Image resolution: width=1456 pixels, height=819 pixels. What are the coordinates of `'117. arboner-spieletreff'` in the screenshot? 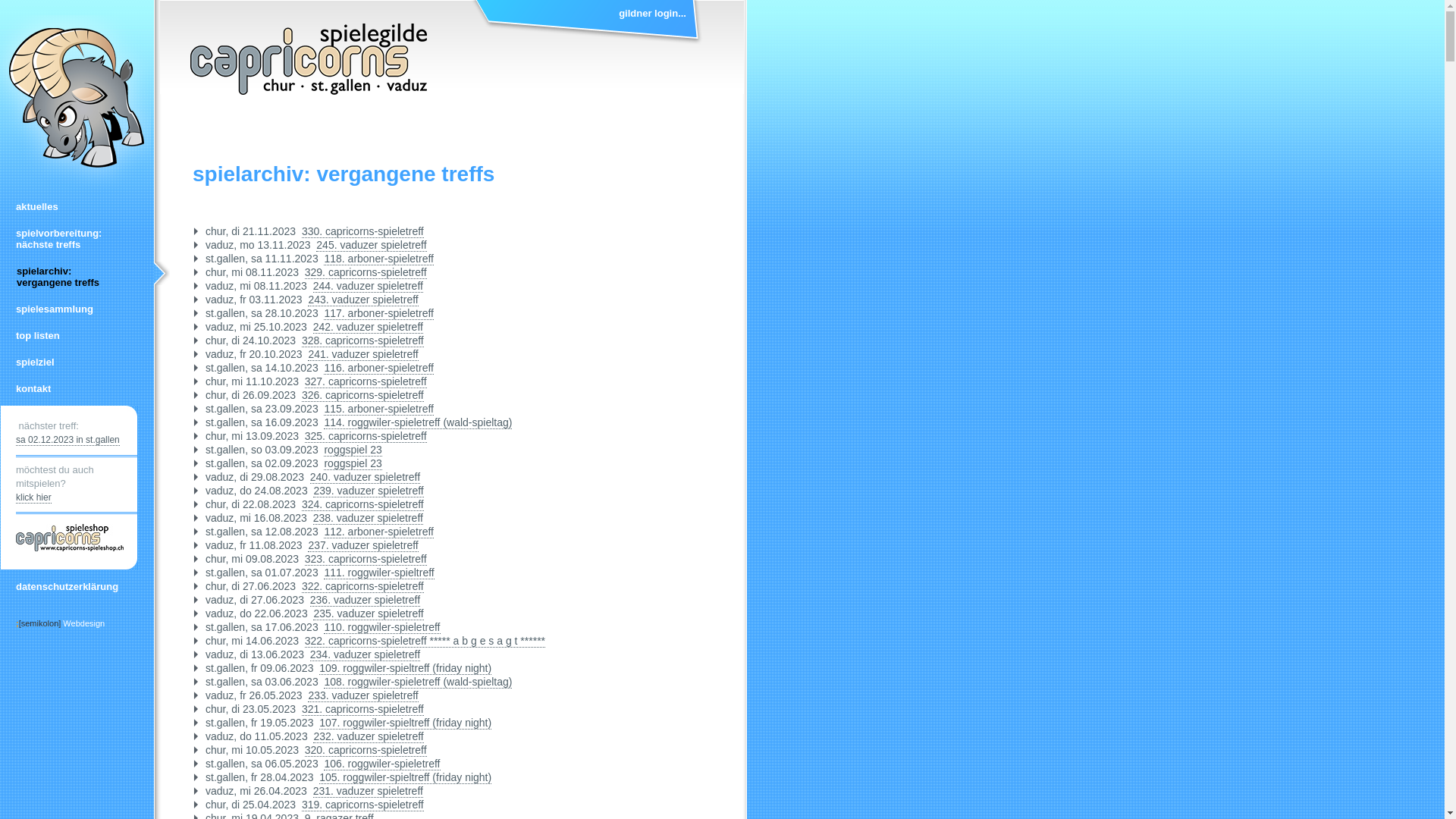 It's located at (378, 312).